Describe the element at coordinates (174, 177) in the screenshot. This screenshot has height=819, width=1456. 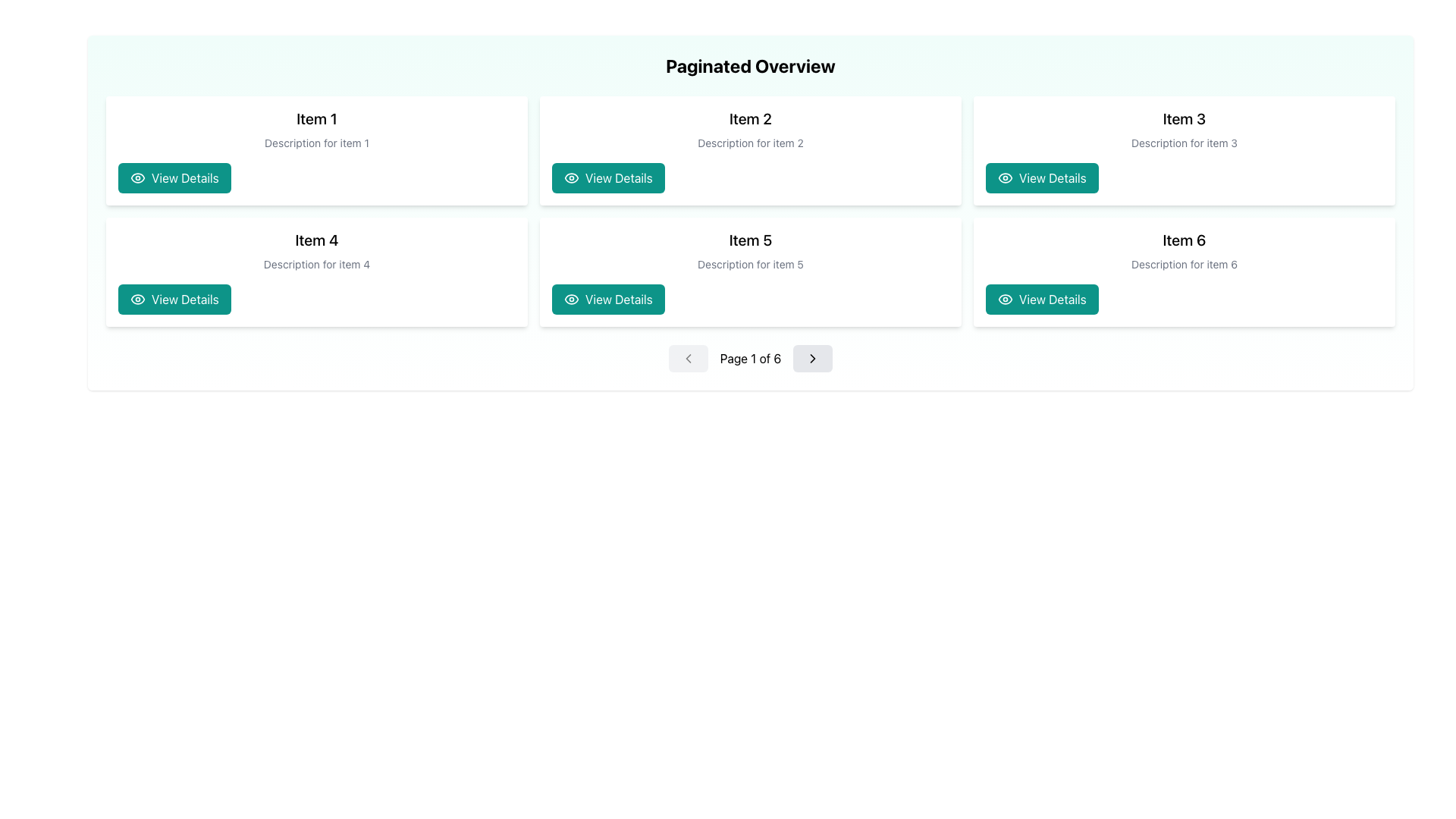
I see `the button that allows users` at that location.